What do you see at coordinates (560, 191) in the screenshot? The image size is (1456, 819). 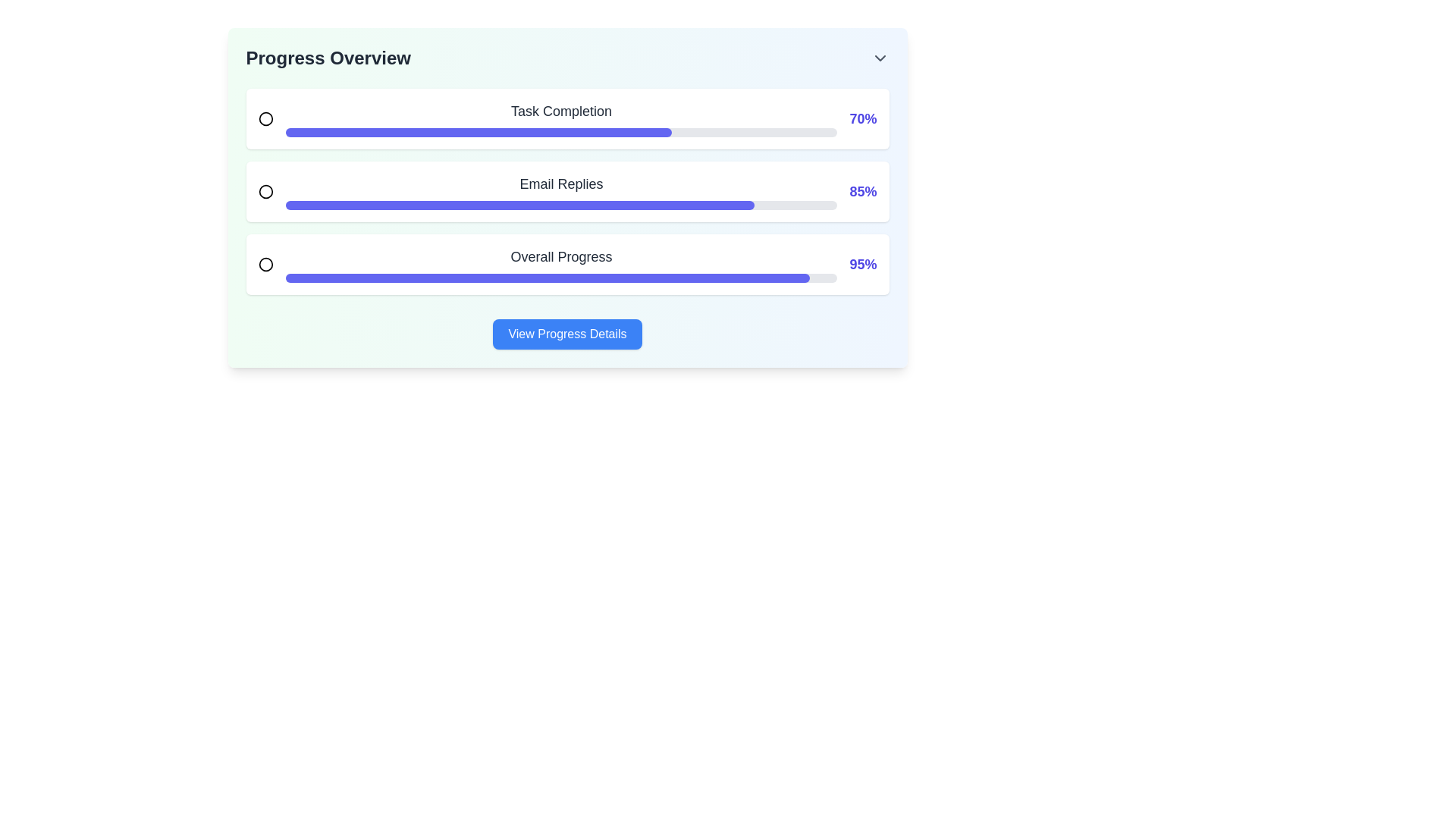 I see `the progress bar labeled for email replies, located in the center of the second progress bar row, to access further context about the progress` at bounding box center [560, 191].